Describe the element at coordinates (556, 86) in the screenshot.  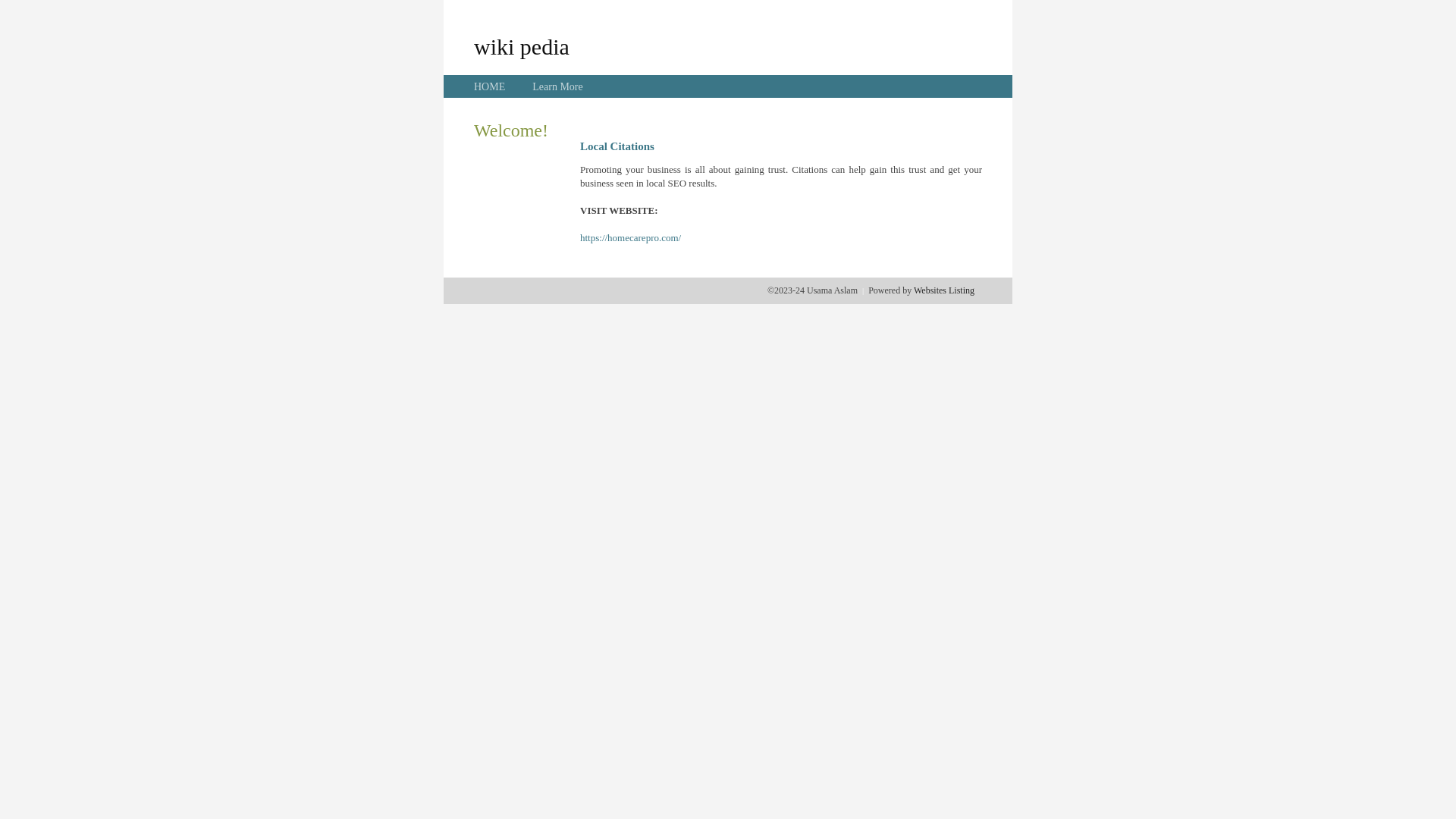
I see `'Learn More'` at that location.